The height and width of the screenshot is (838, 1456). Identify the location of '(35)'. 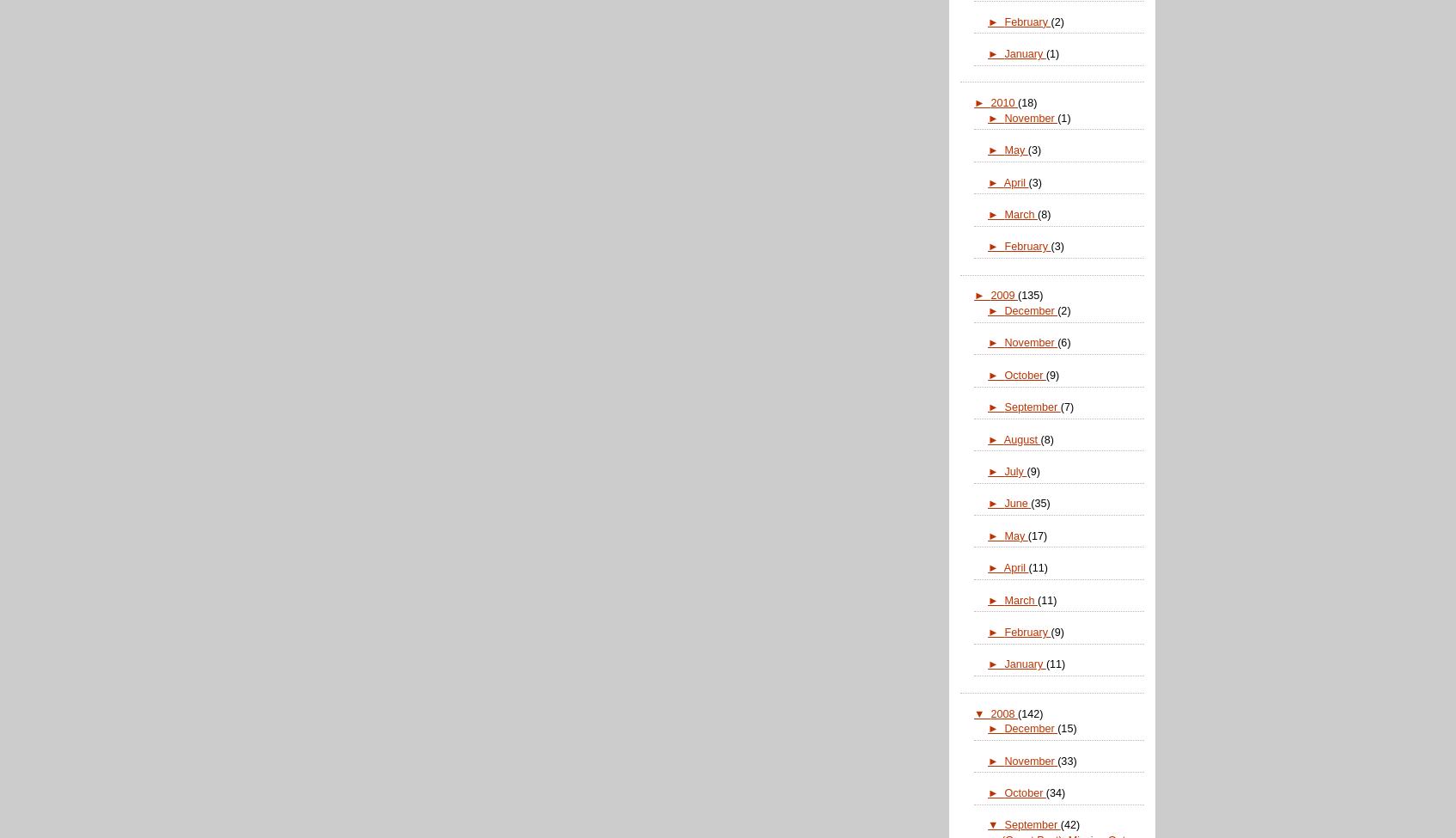
(1040, 503).